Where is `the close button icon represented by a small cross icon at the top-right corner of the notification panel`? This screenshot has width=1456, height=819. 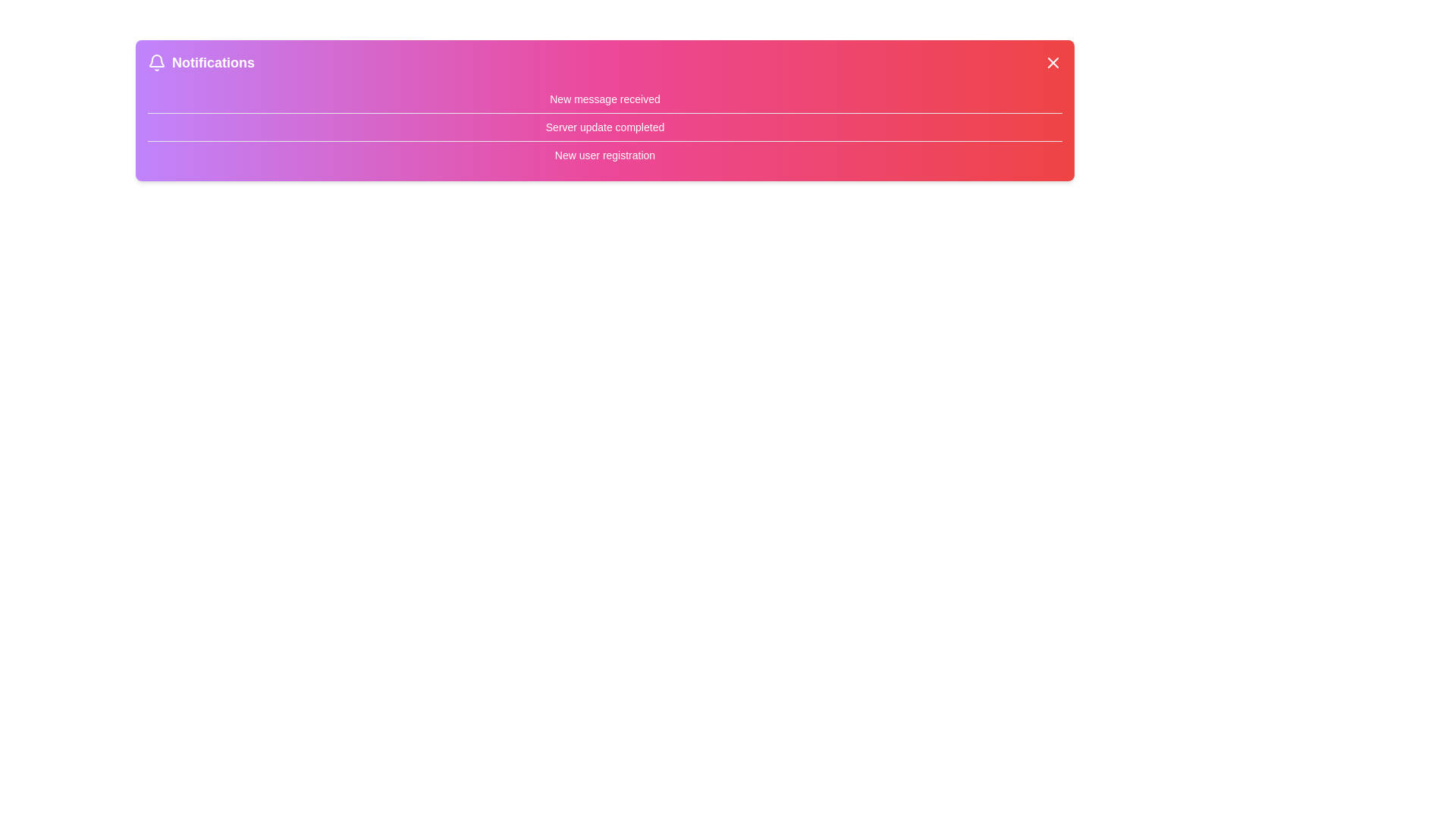
the close button icon represented by a small cross icon at the top-right corner of the notification panel is located at coordinates (1052, 62).